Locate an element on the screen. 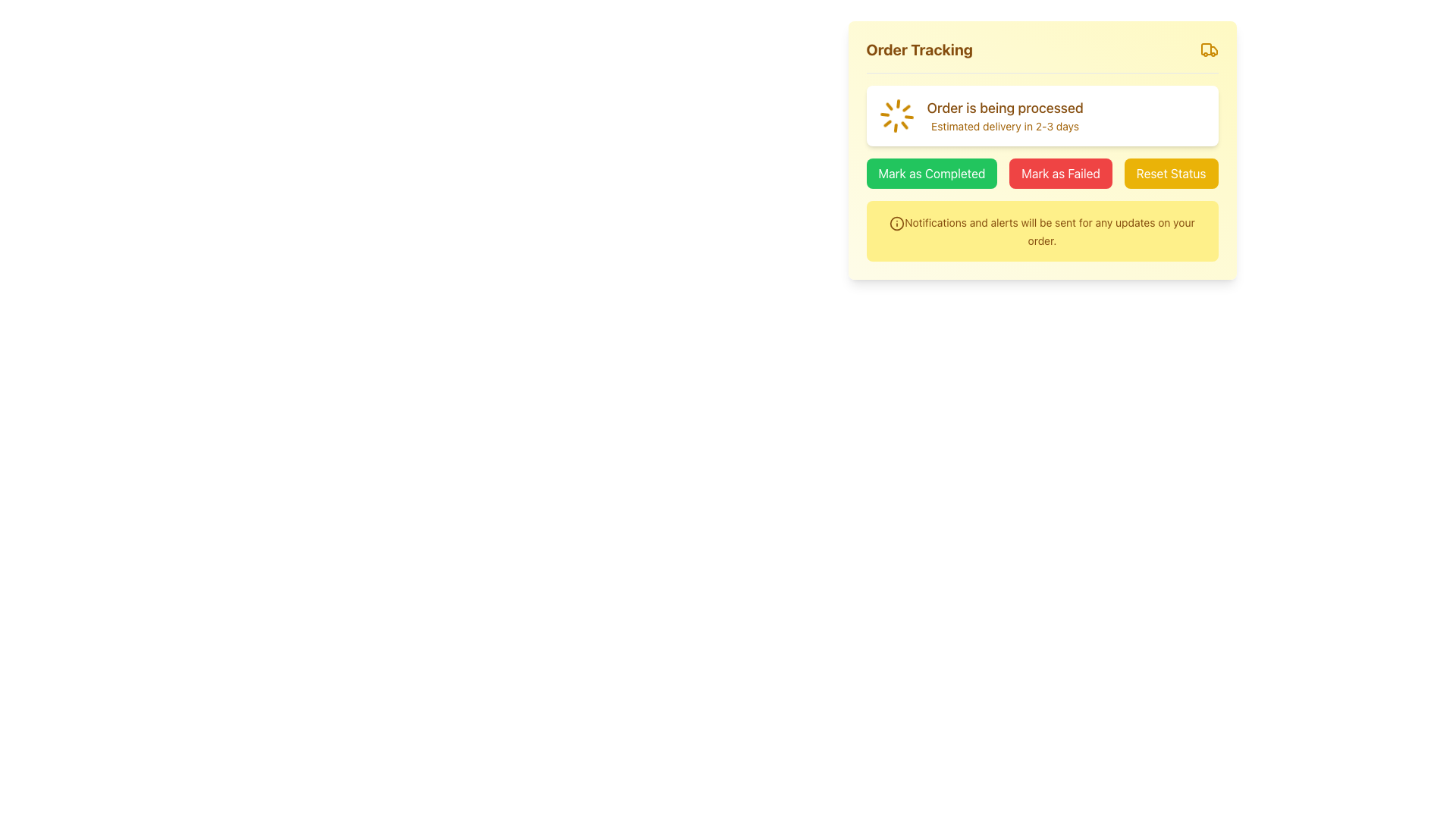 This screenshot has height=819, width=1456. the Text Label that conveys estimated delivery details, positioned below the 'Order is being processed.' text in the center-right card of the interface is located at coordinates (1005, 125).